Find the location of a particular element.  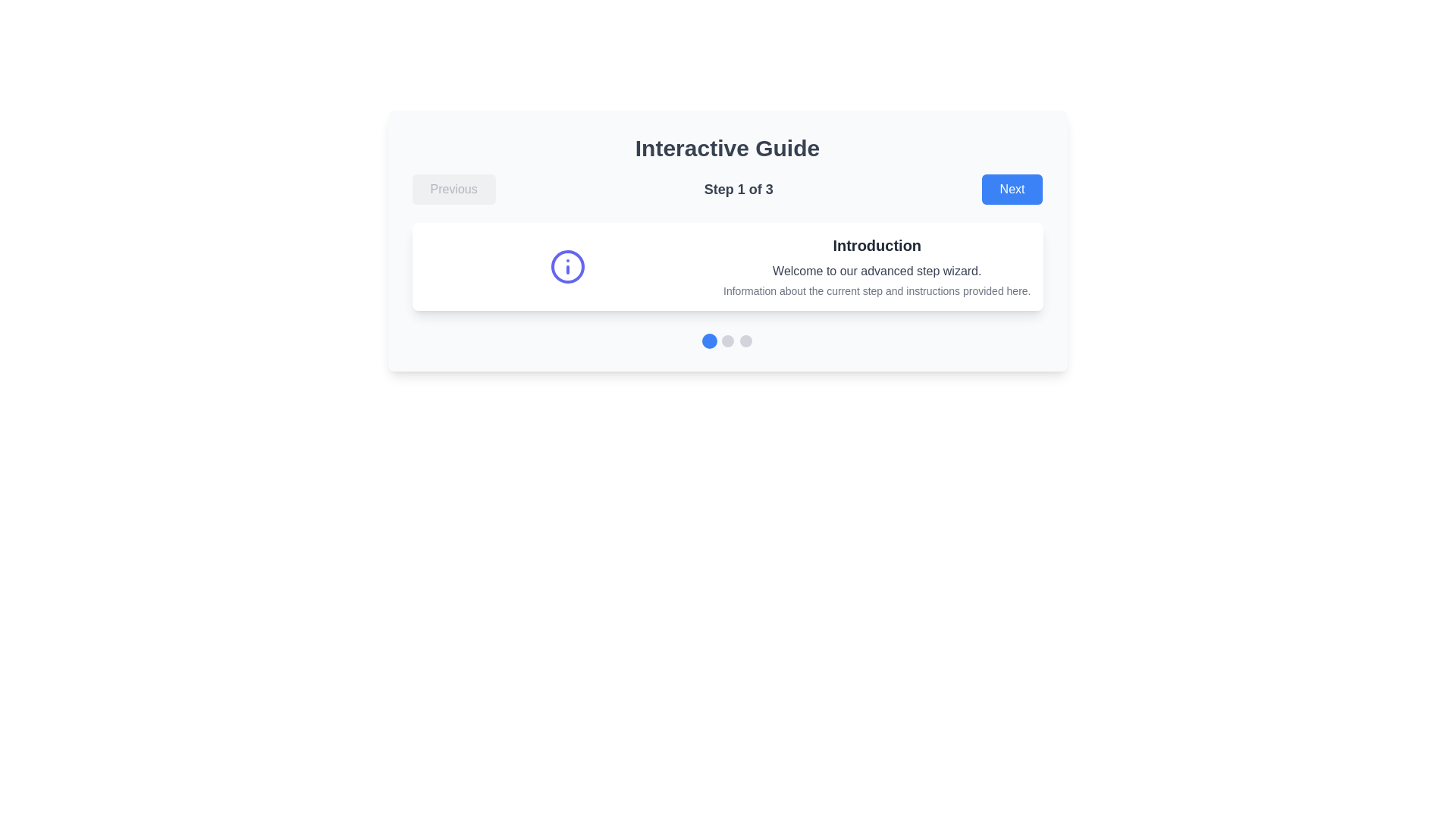

the middle circular indicator of the progress indicator steps, which is larger and lighter gray in color, located at the bottom of the content box labeled 'Introduction' is located at coordinates (726, 341).